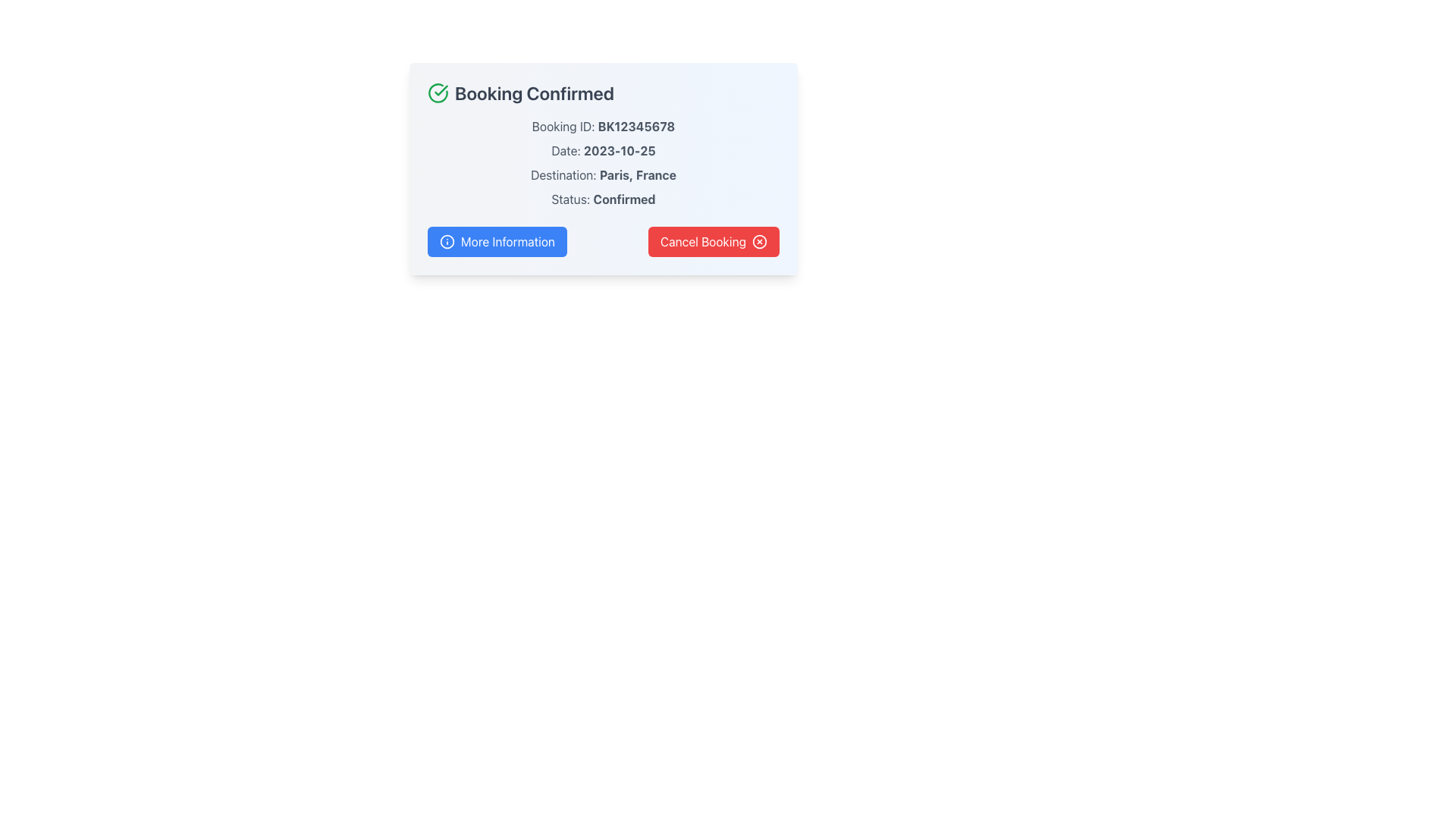  What do you see at coordinates (603, 198) in the screenshot?
I see `the text label displaying 'Status: Confirmed' which is located in the bottom part of the booking details section` at bounding box center [603, 198].